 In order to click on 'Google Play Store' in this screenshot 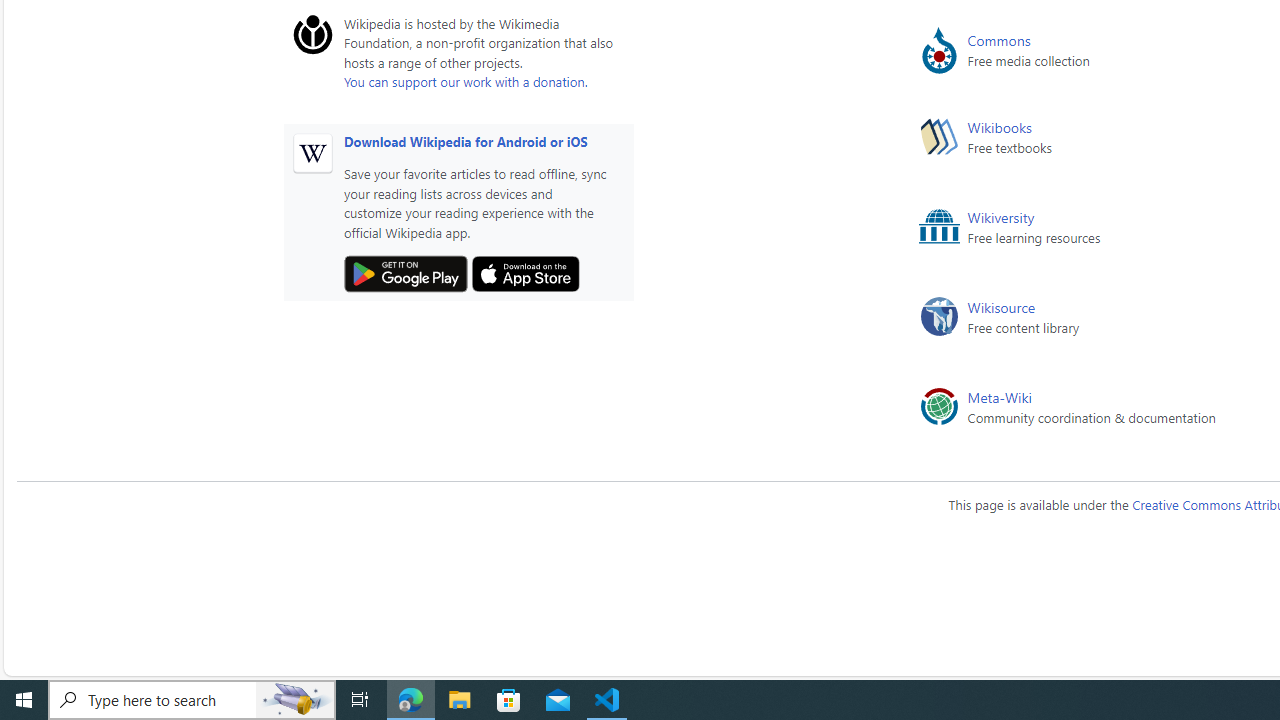, I will do `click(404, 274)`.